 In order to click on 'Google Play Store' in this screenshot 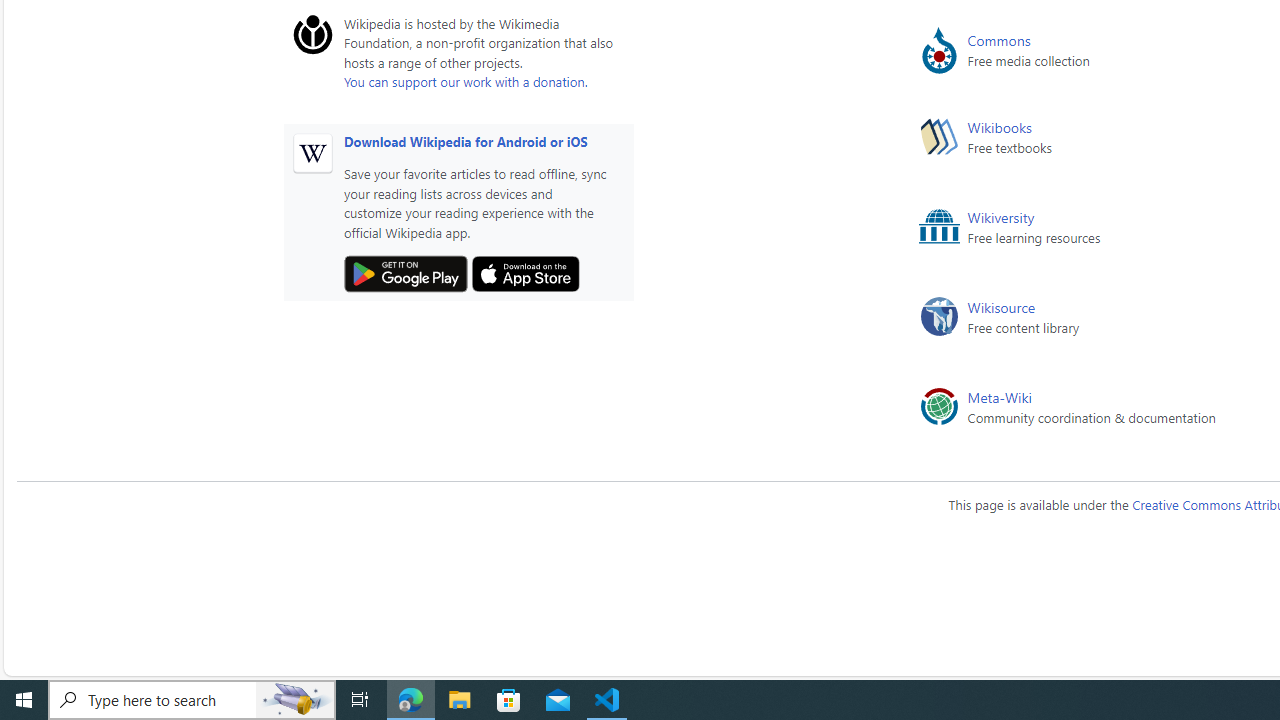, I will do `click(404, 274)`.